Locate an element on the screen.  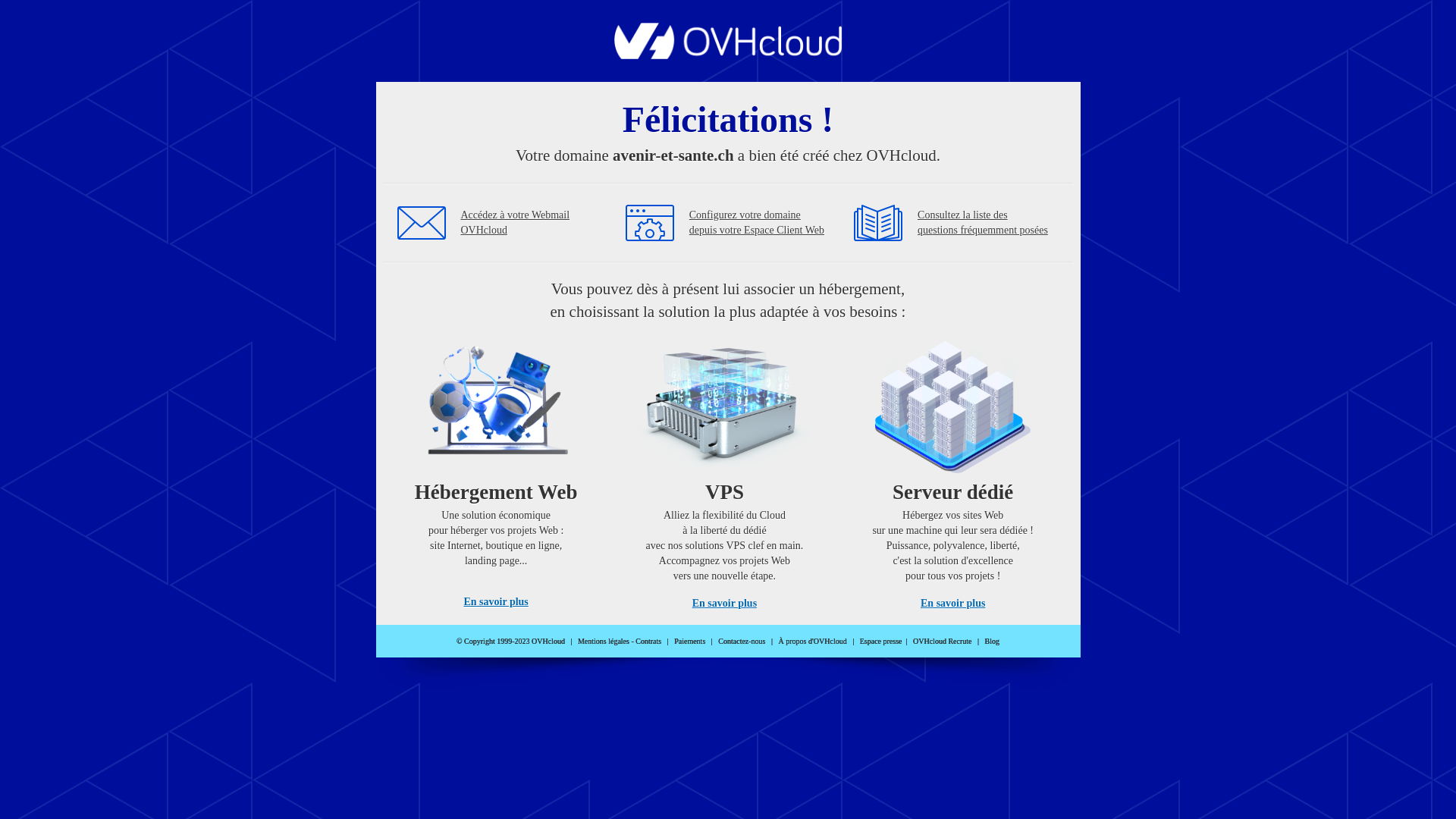
'Contactez-nous' is located at coordinates (742, 641).